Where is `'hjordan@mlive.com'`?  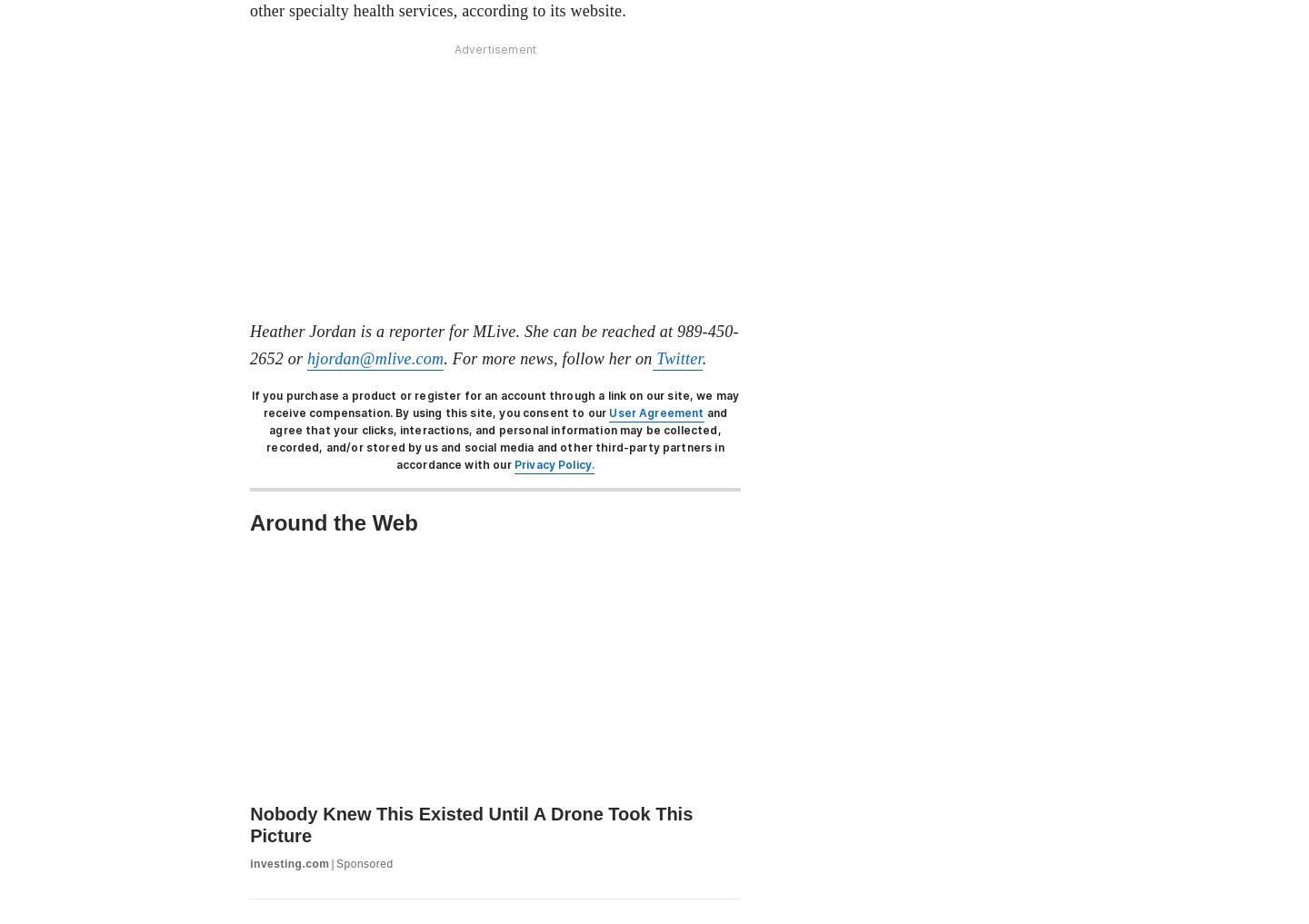 'hjordan@mlive.com' is located at coordinates (374, 356).